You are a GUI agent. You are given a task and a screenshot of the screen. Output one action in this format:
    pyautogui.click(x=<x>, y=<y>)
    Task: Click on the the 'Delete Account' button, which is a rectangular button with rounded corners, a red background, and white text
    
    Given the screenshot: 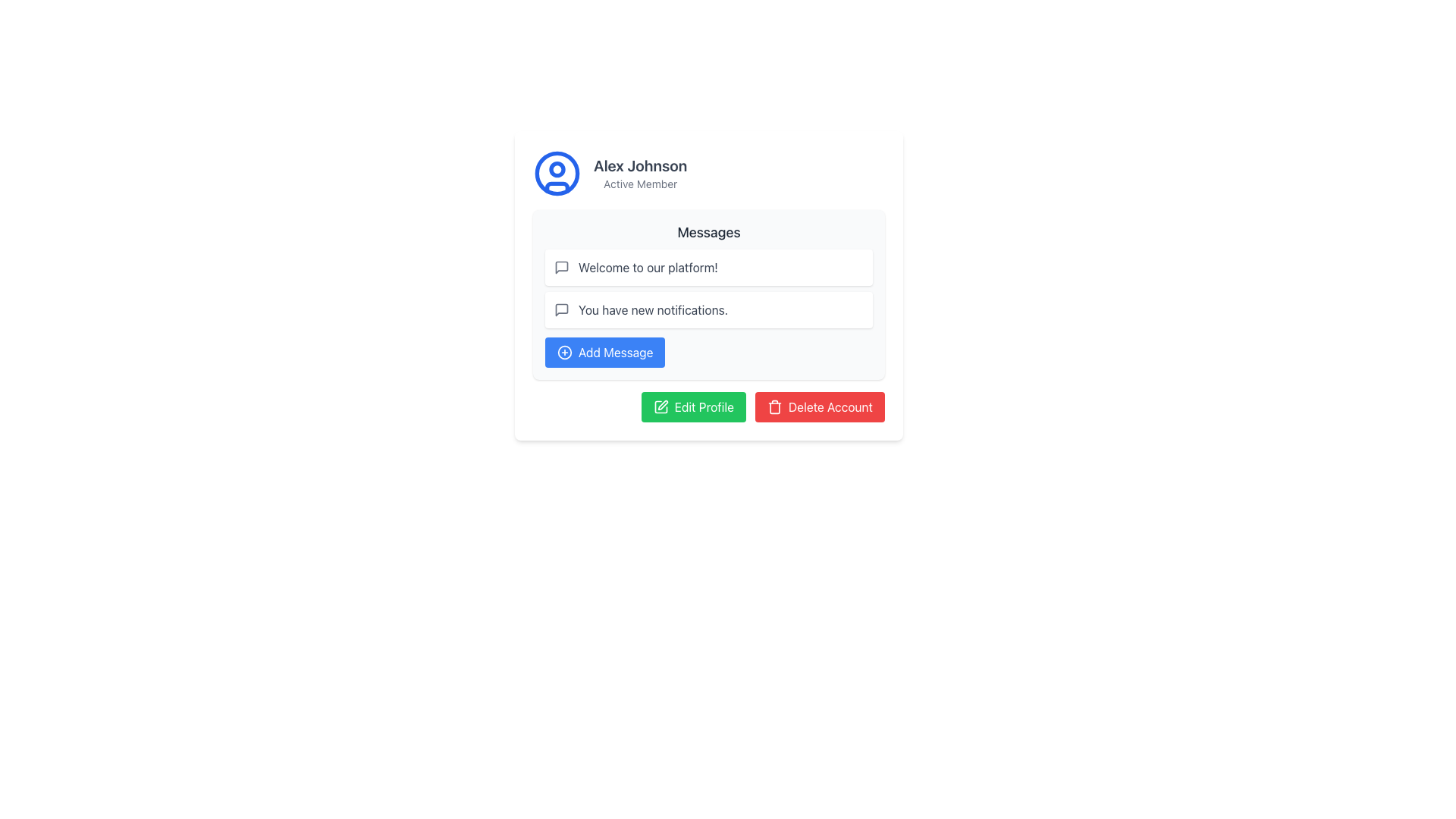 What is the action you would take?
    pyautogui.click(x=819, y=406)
    